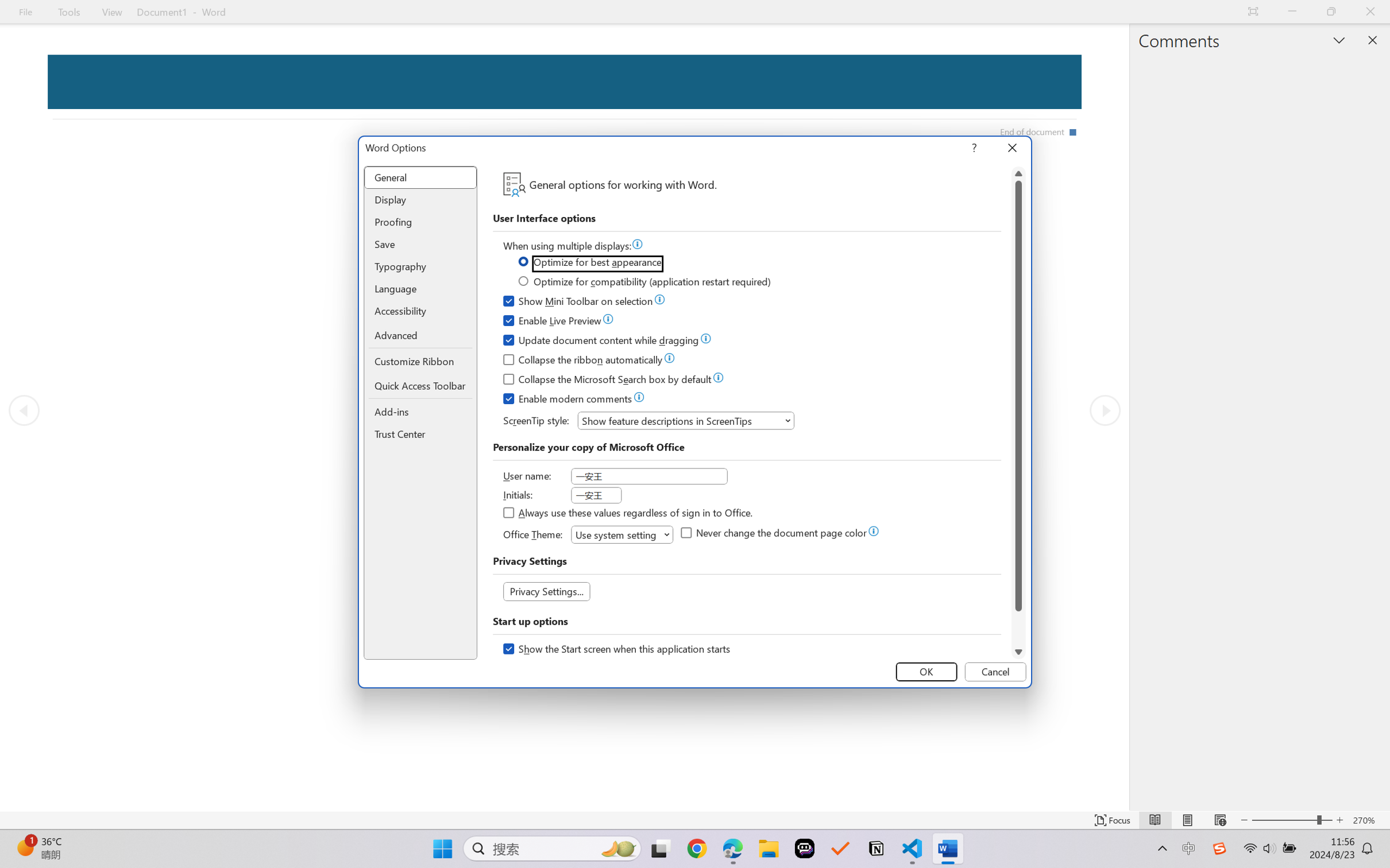  What do you see at coordinates (420, 288) in the screenshot?
I see `'Language'` at bounding box center [420, 288].